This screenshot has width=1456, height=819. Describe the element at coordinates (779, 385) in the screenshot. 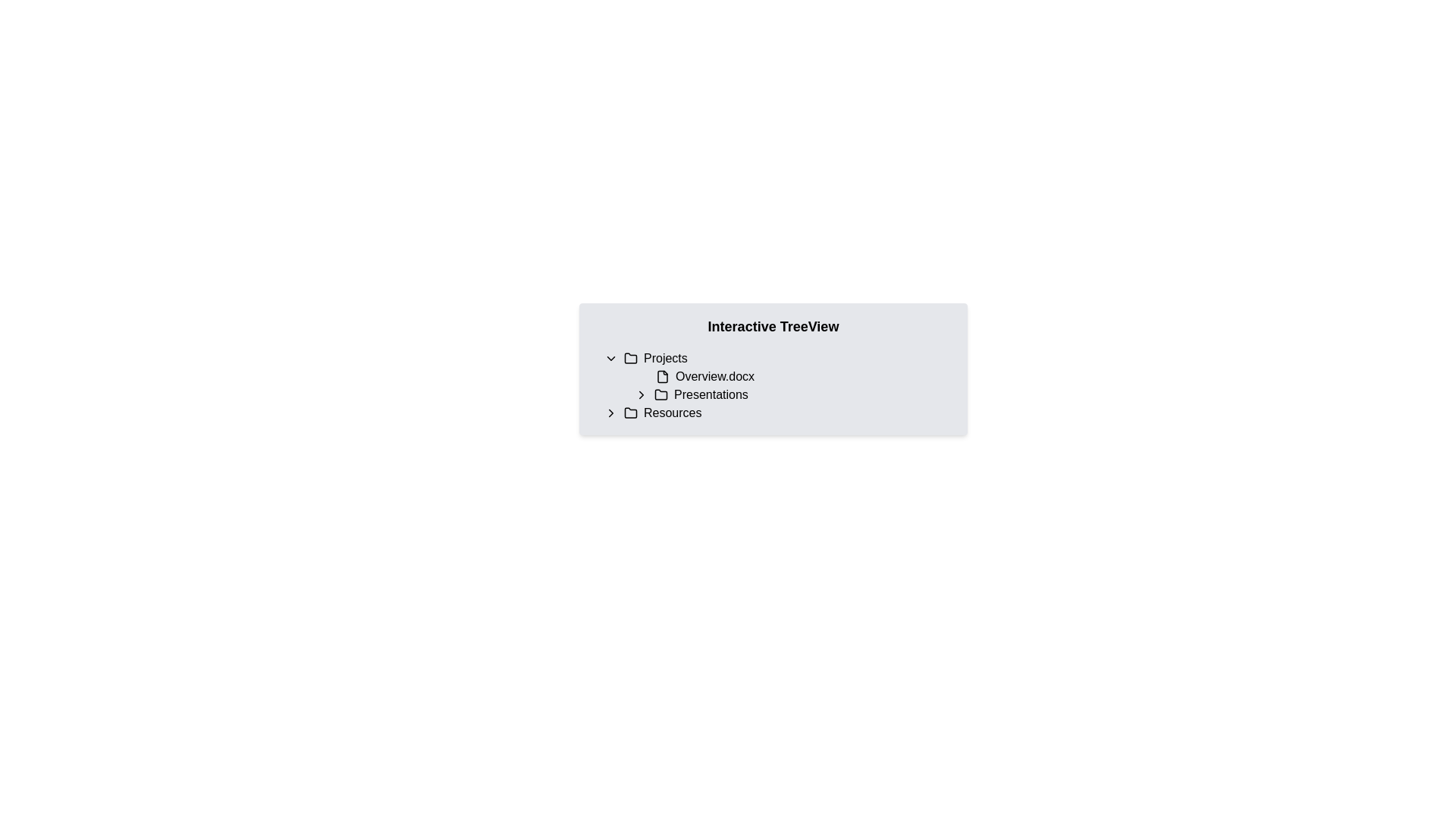

I see `the 'Presentations' folder item in the tree view` at that location.